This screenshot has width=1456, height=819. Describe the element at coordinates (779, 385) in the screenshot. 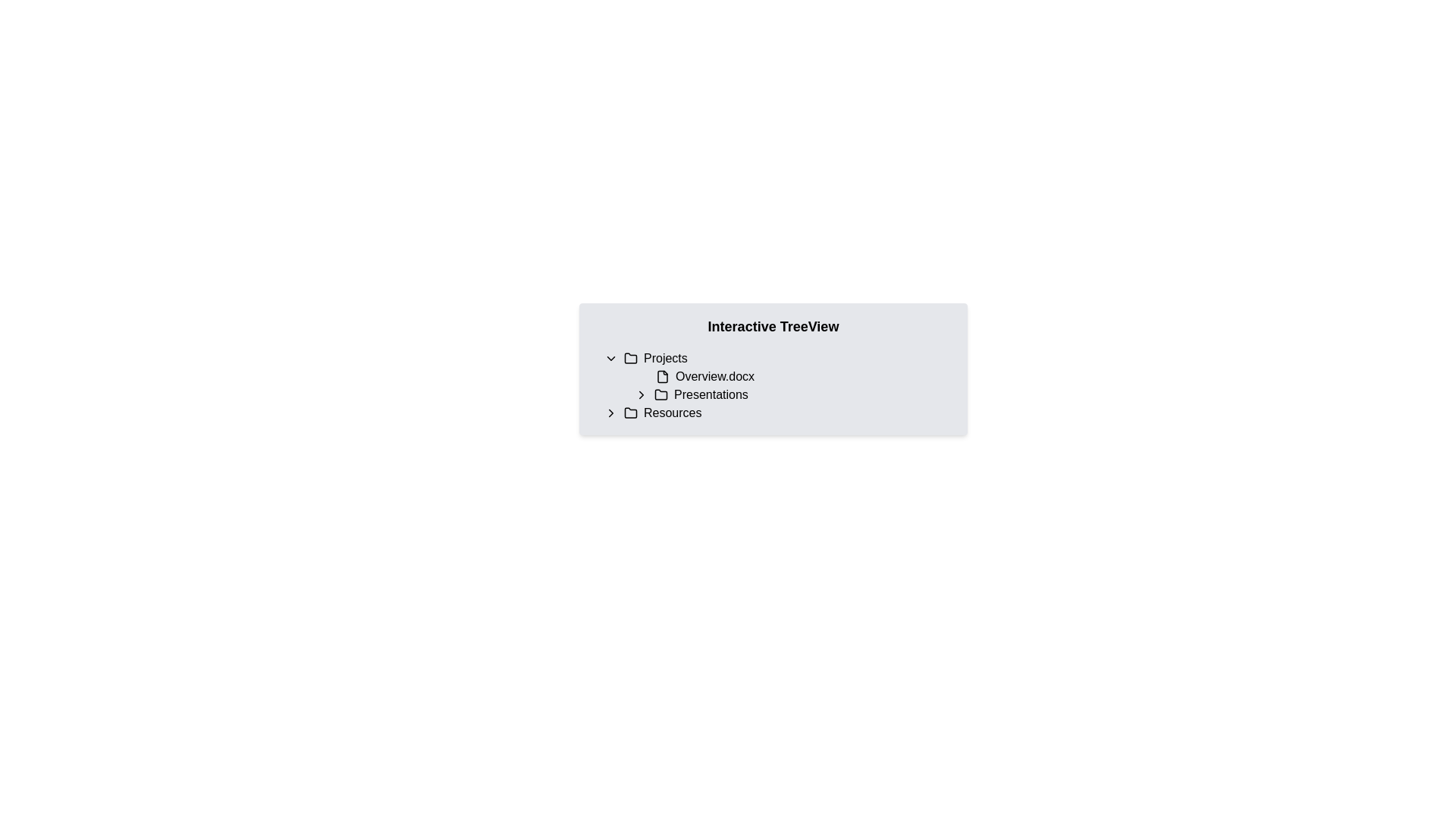

I see `the 'Presentations' folder item in the tree view` at that location.